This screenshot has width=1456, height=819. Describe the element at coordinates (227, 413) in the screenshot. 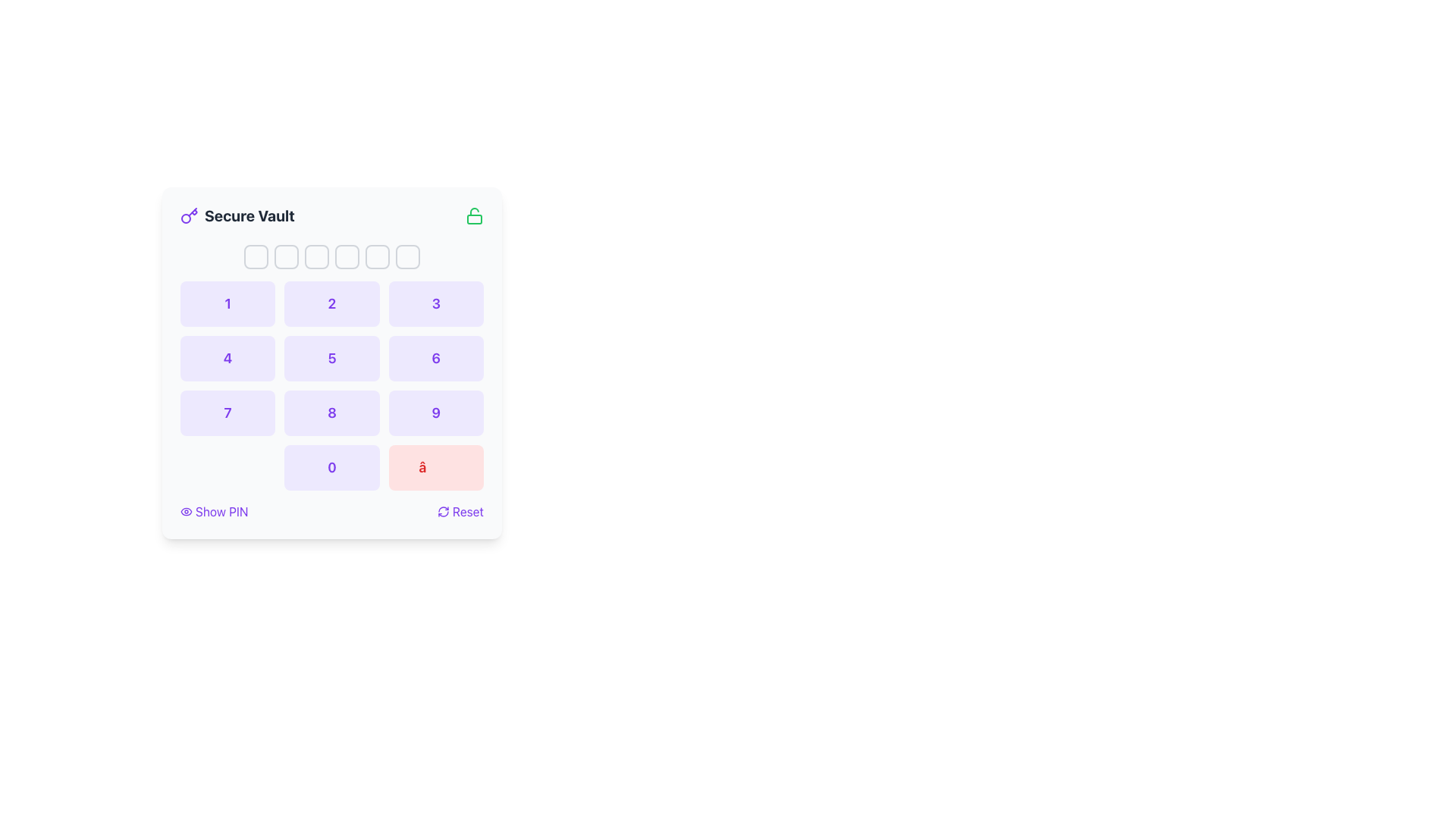

I see `the rounded square button with a violet background and white text displaying the number '7', located at the bottom-left corner of the grid` at that location.